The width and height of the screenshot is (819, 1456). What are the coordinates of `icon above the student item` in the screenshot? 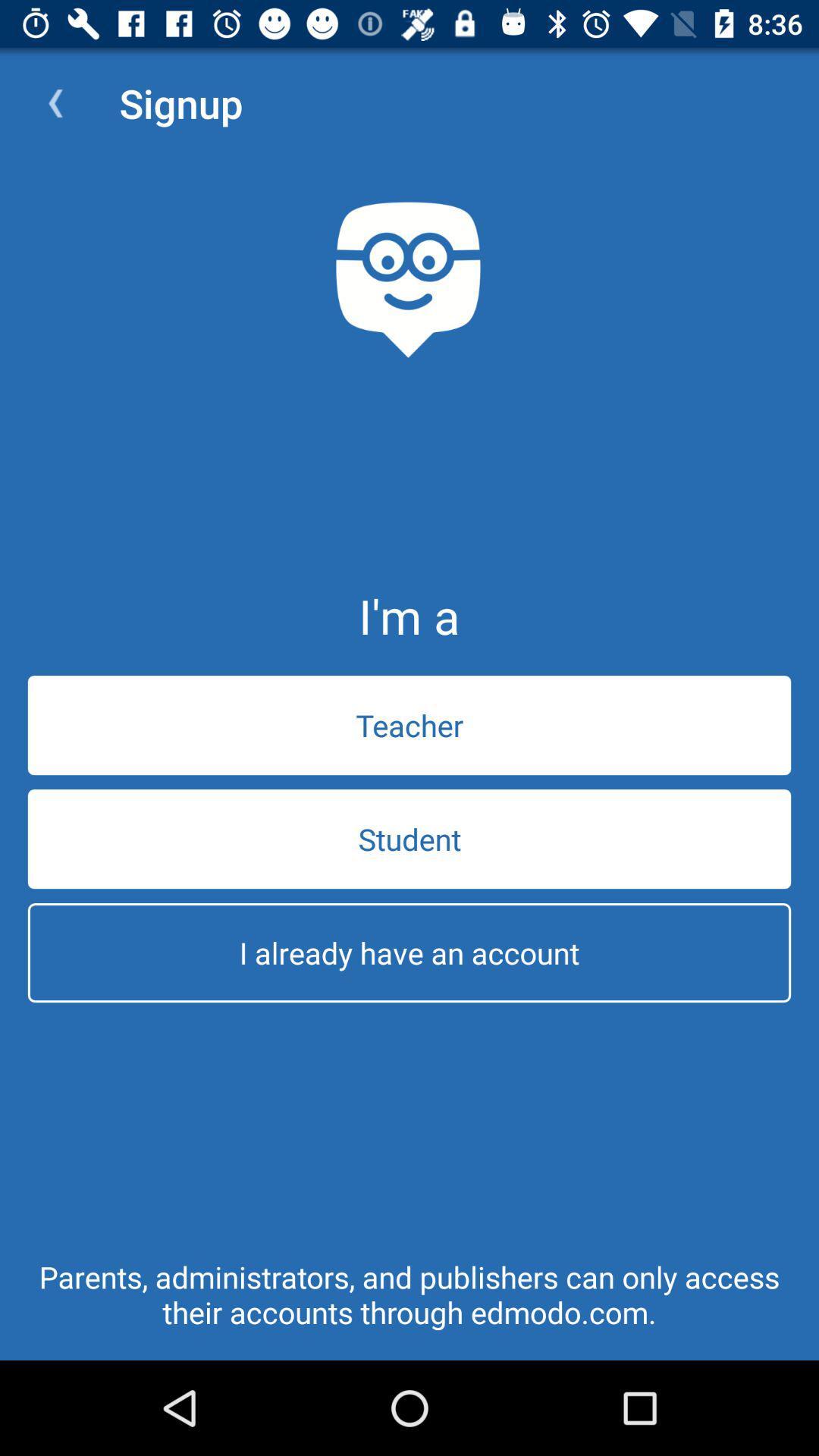 It's located at (409, 724).